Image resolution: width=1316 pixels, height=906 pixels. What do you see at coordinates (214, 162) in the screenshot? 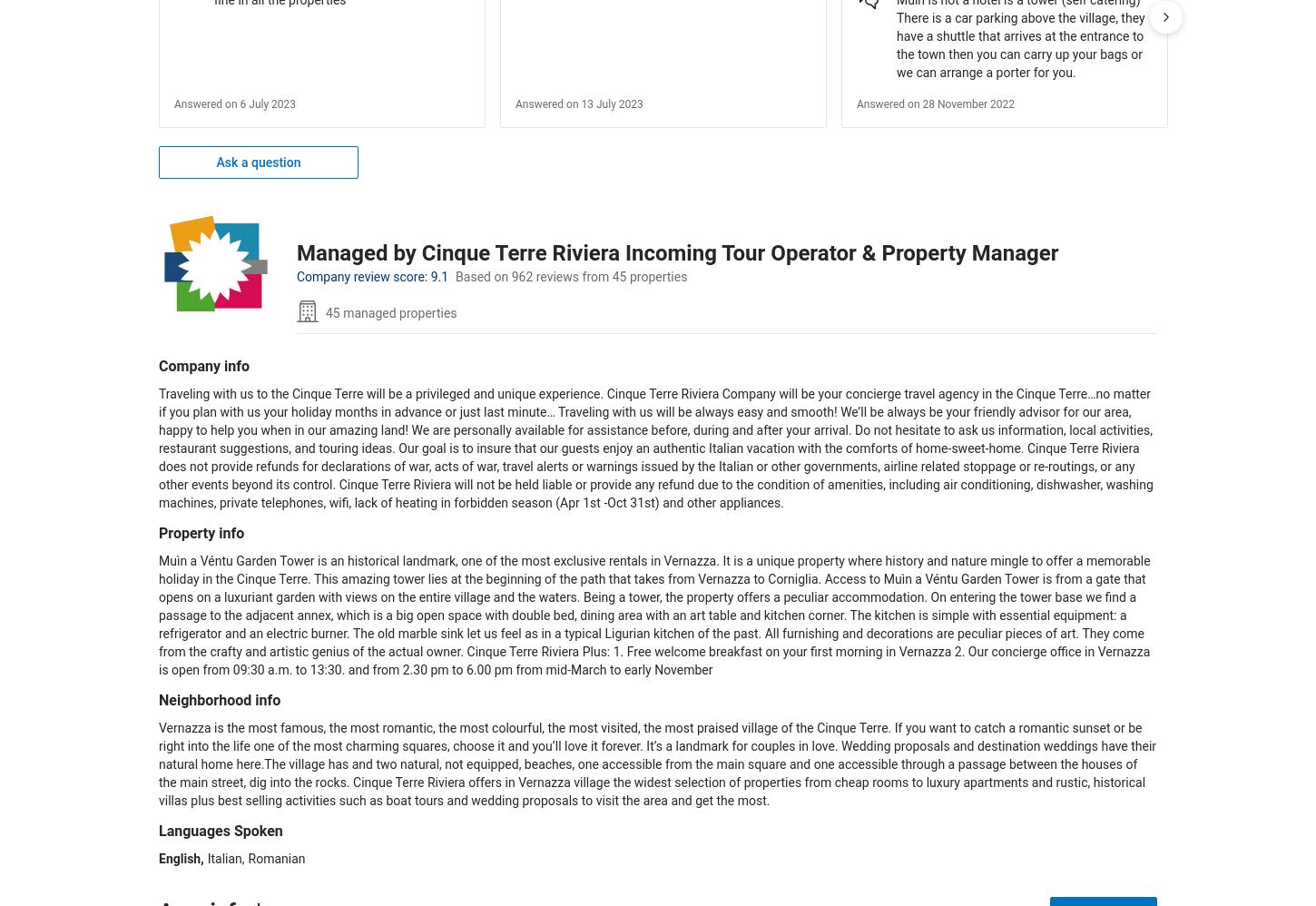
I see `'Ask a question'` at bounding box center [214, 162].